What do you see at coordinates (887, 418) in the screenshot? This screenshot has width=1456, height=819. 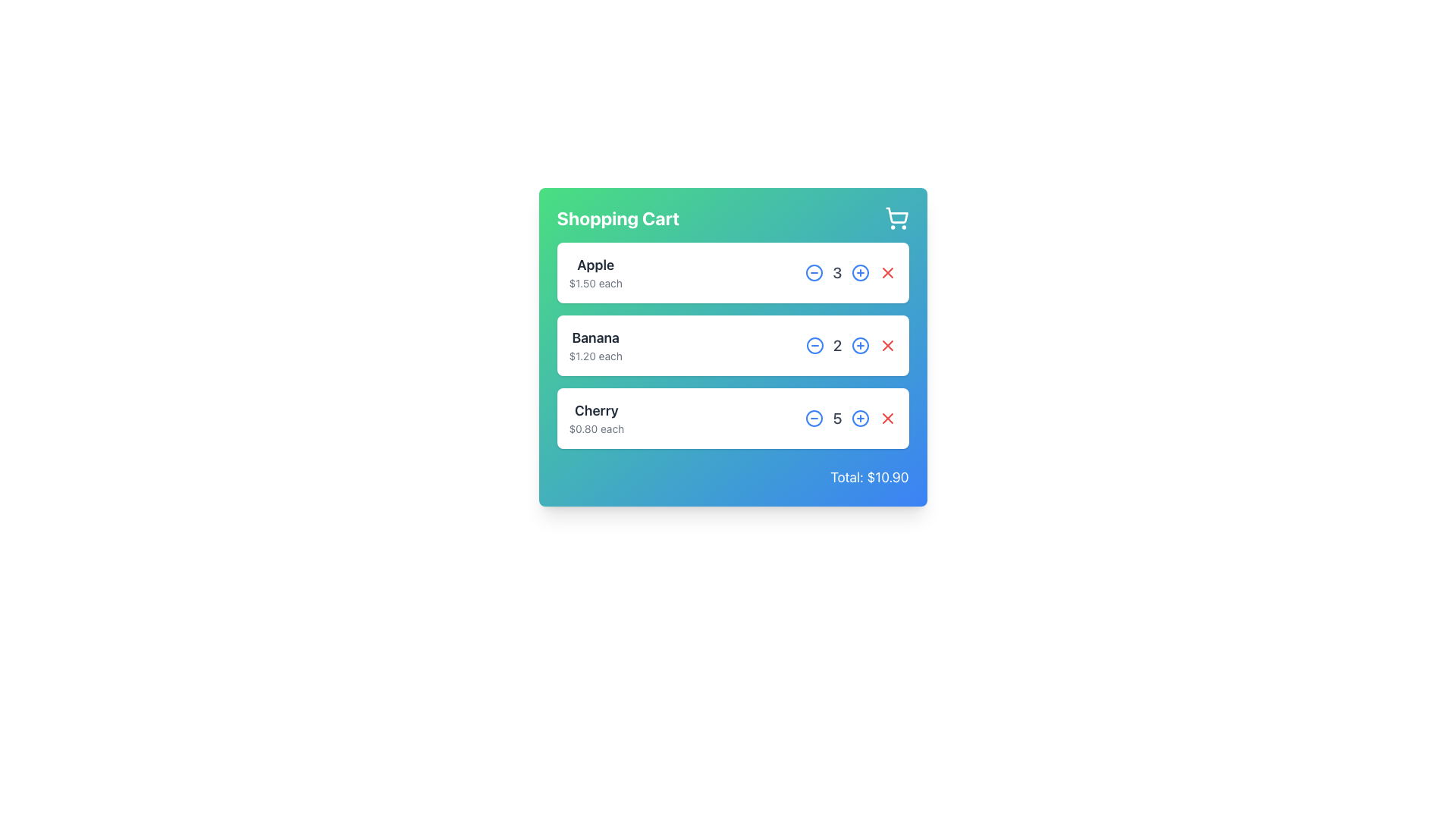 I see `the red X-shaped button for removing the Cherry item in the shopping cart` at bounding box center [887, 418].